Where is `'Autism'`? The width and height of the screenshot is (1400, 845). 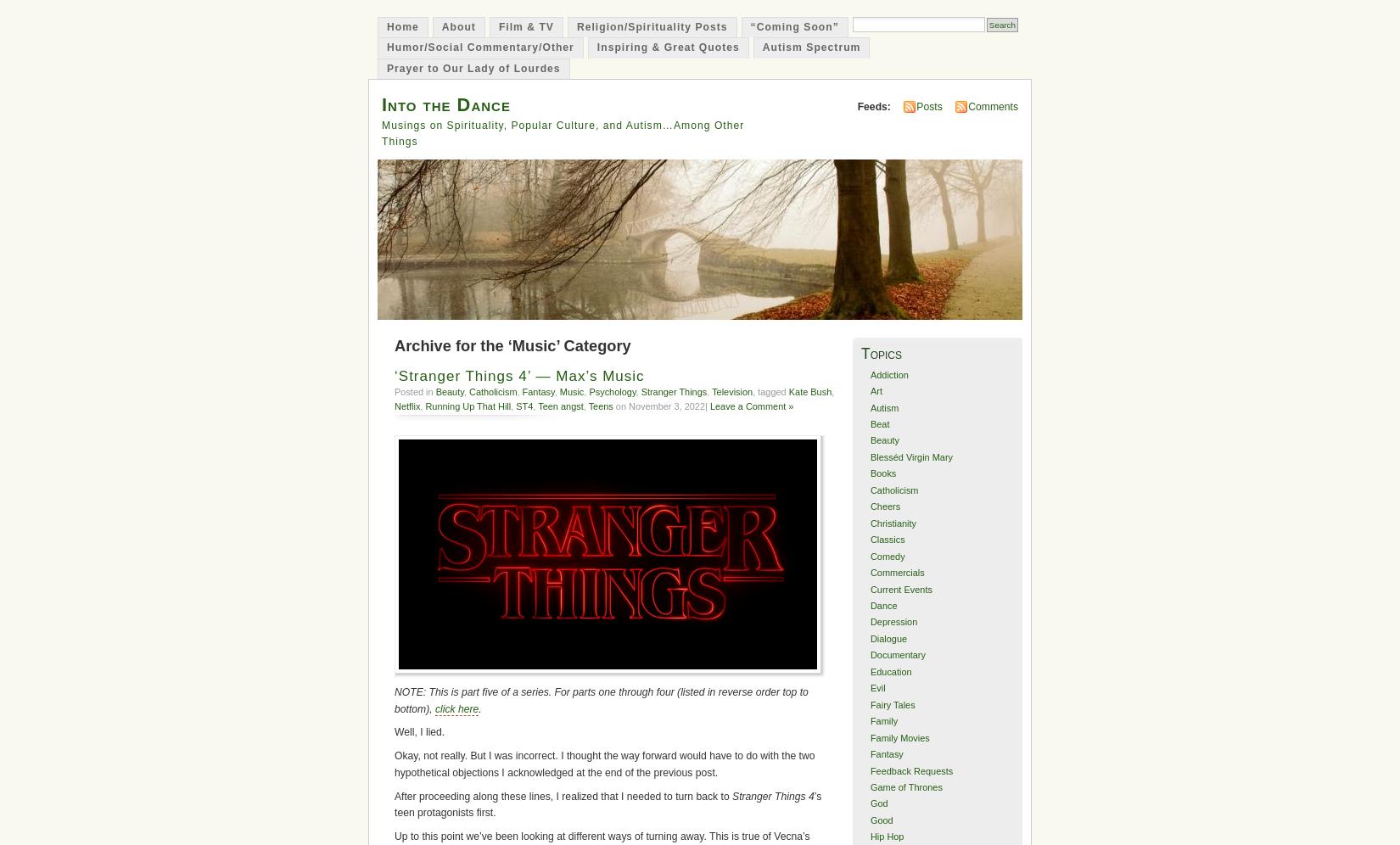 'Autism' is located at coordinates (869, 406).